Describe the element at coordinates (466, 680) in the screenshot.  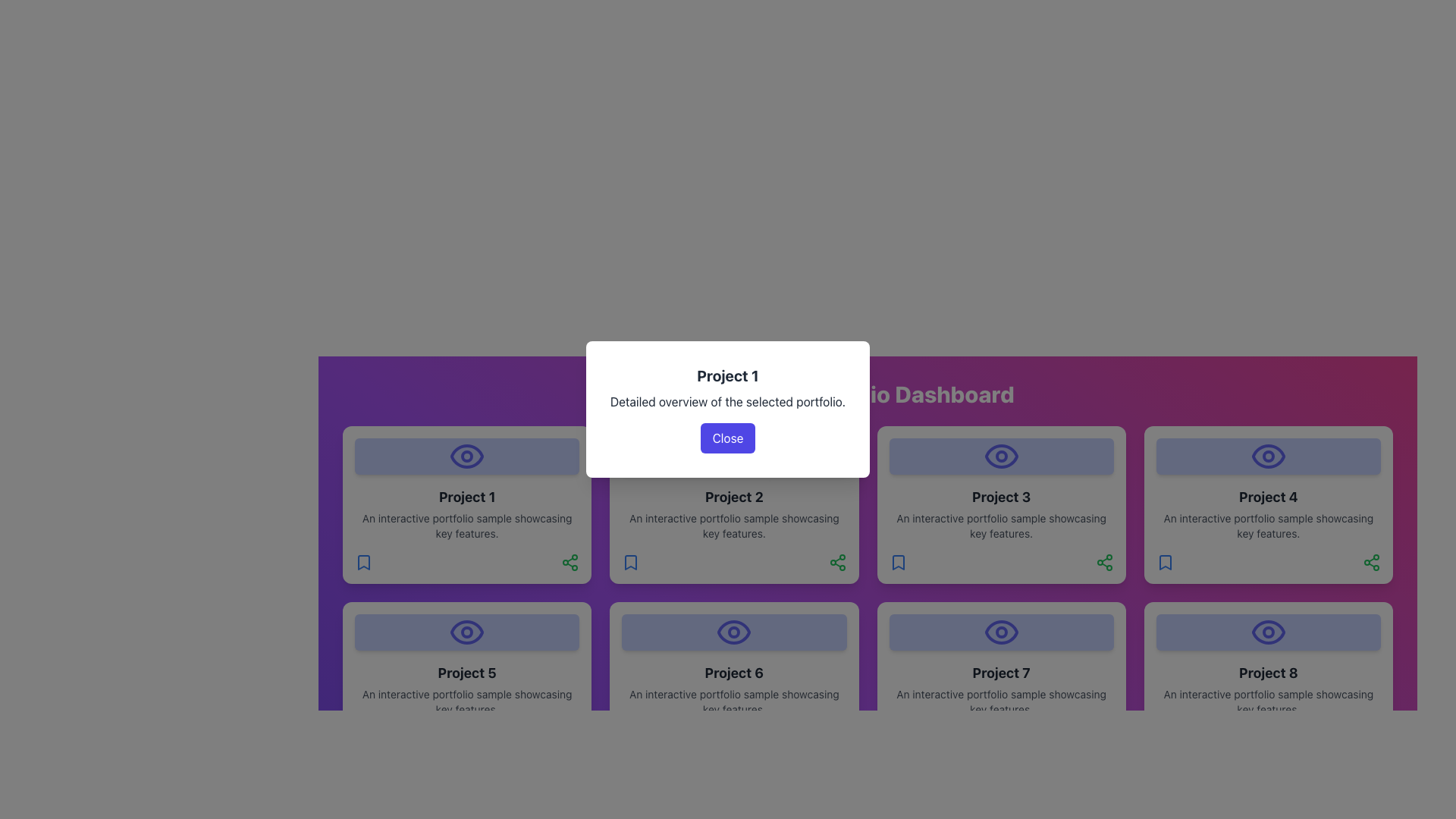
I see `the Informational Card for 'Project 5' located in the second row and first column of the grid` at that location.